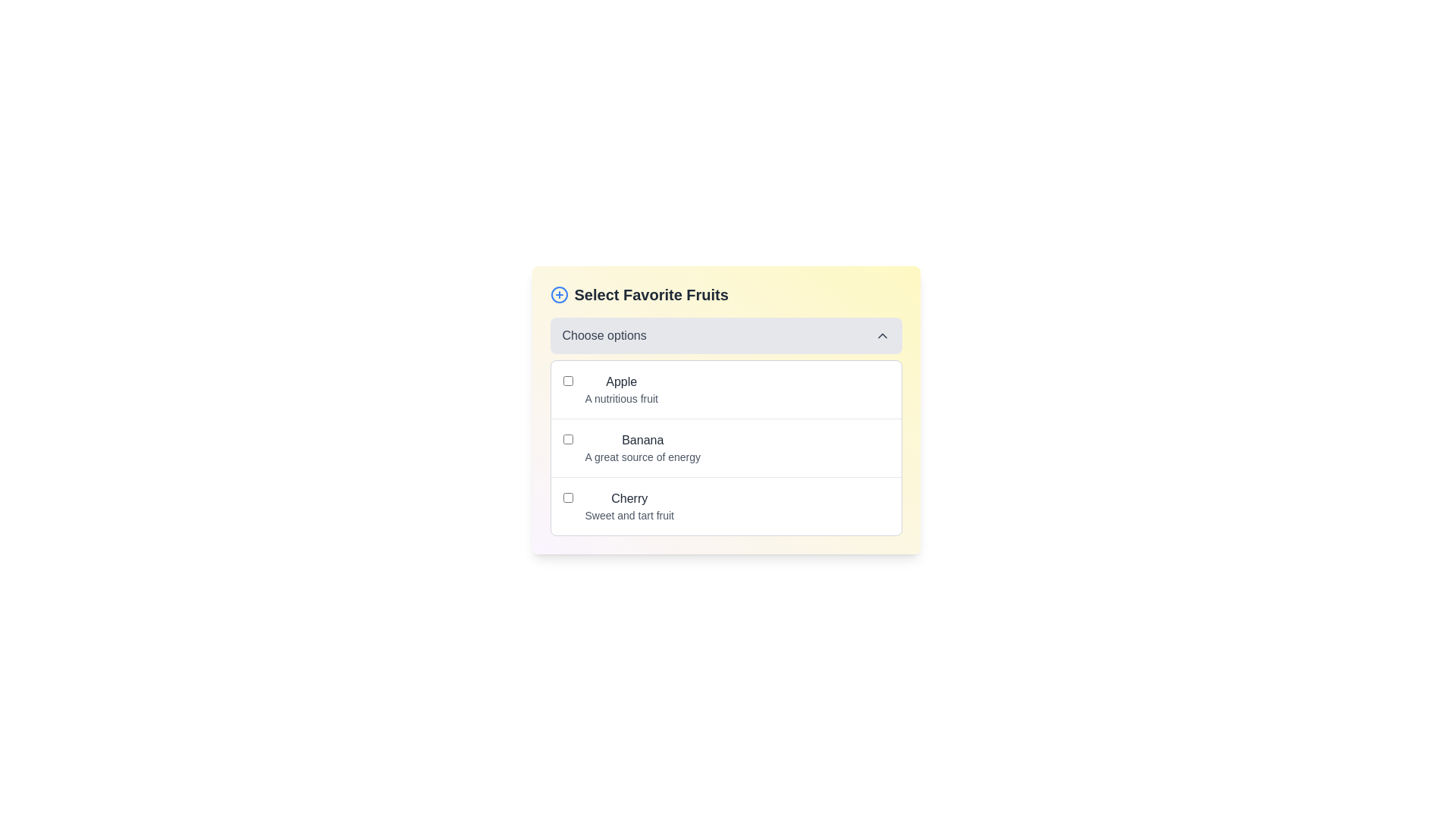  Describe the element at coordinates (621, 397) in the screenshot. I see `the text label providing additional information about the 'Apple' option, located below the word 'Apple' in the 'Select Favorite Fruits' menu` at that location.